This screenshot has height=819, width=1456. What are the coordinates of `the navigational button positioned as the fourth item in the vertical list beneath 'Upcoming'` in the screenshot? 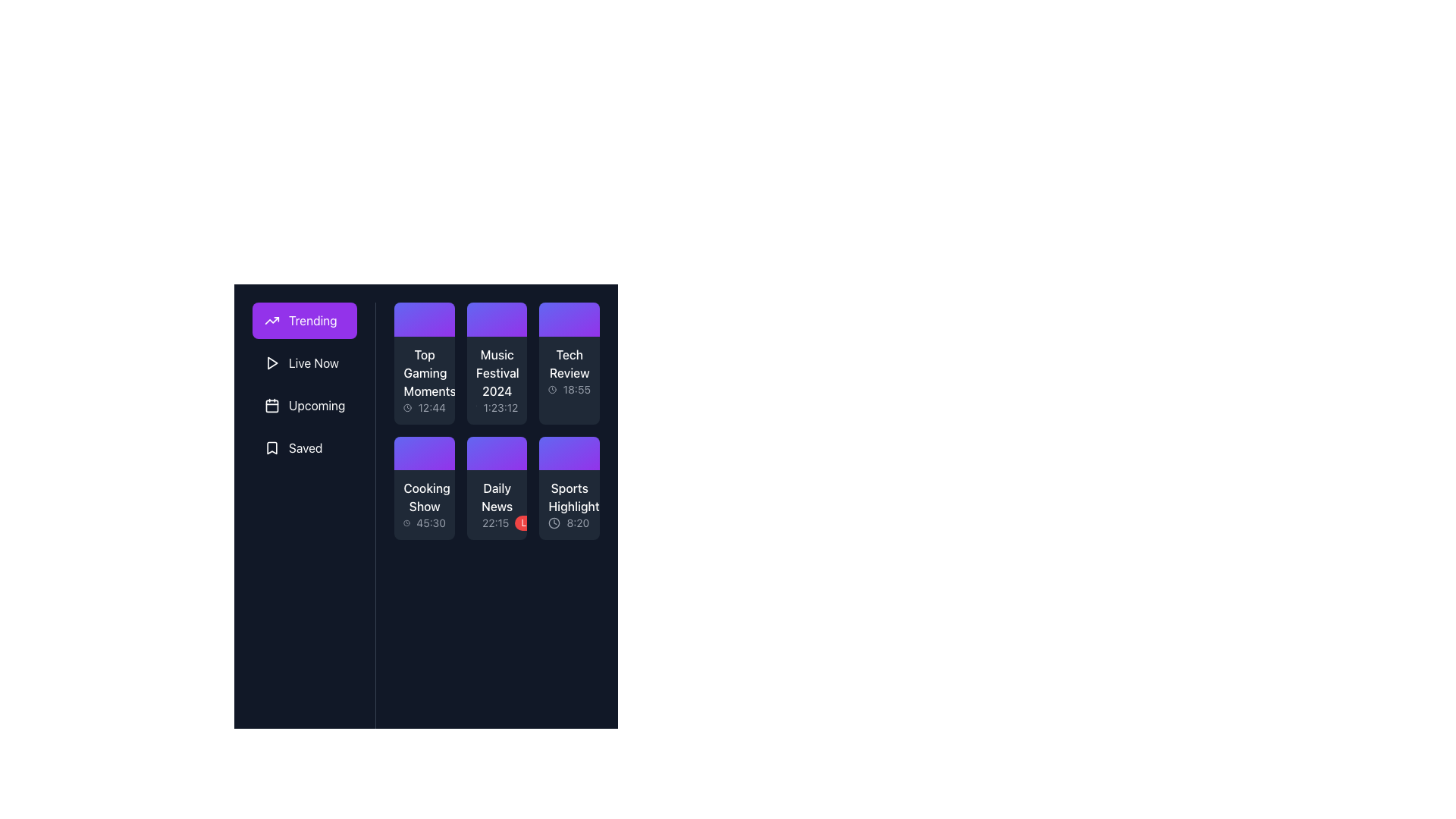 It's located at (304, 447).